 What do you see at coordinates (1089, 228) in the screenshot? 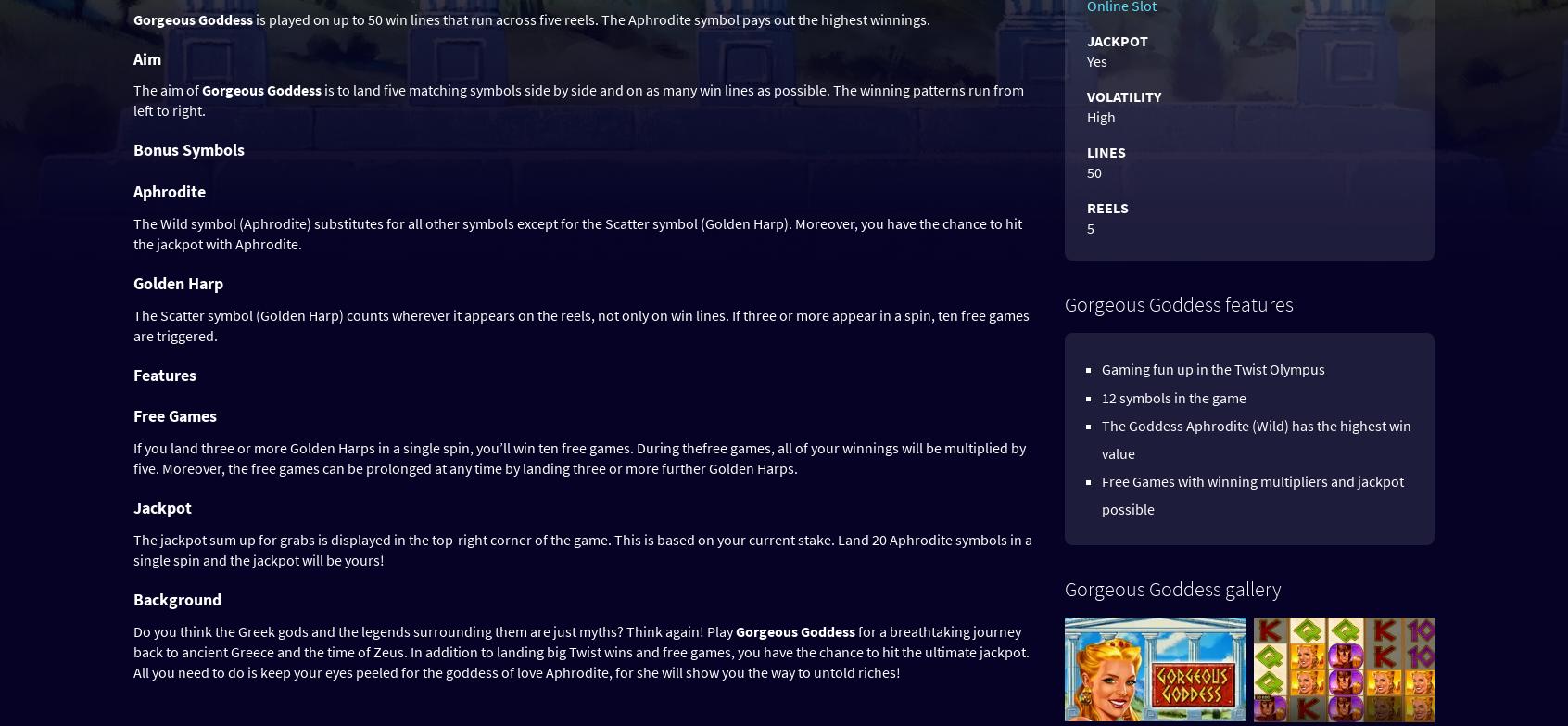
I see `'5'` at bounding box center [1089, 228].